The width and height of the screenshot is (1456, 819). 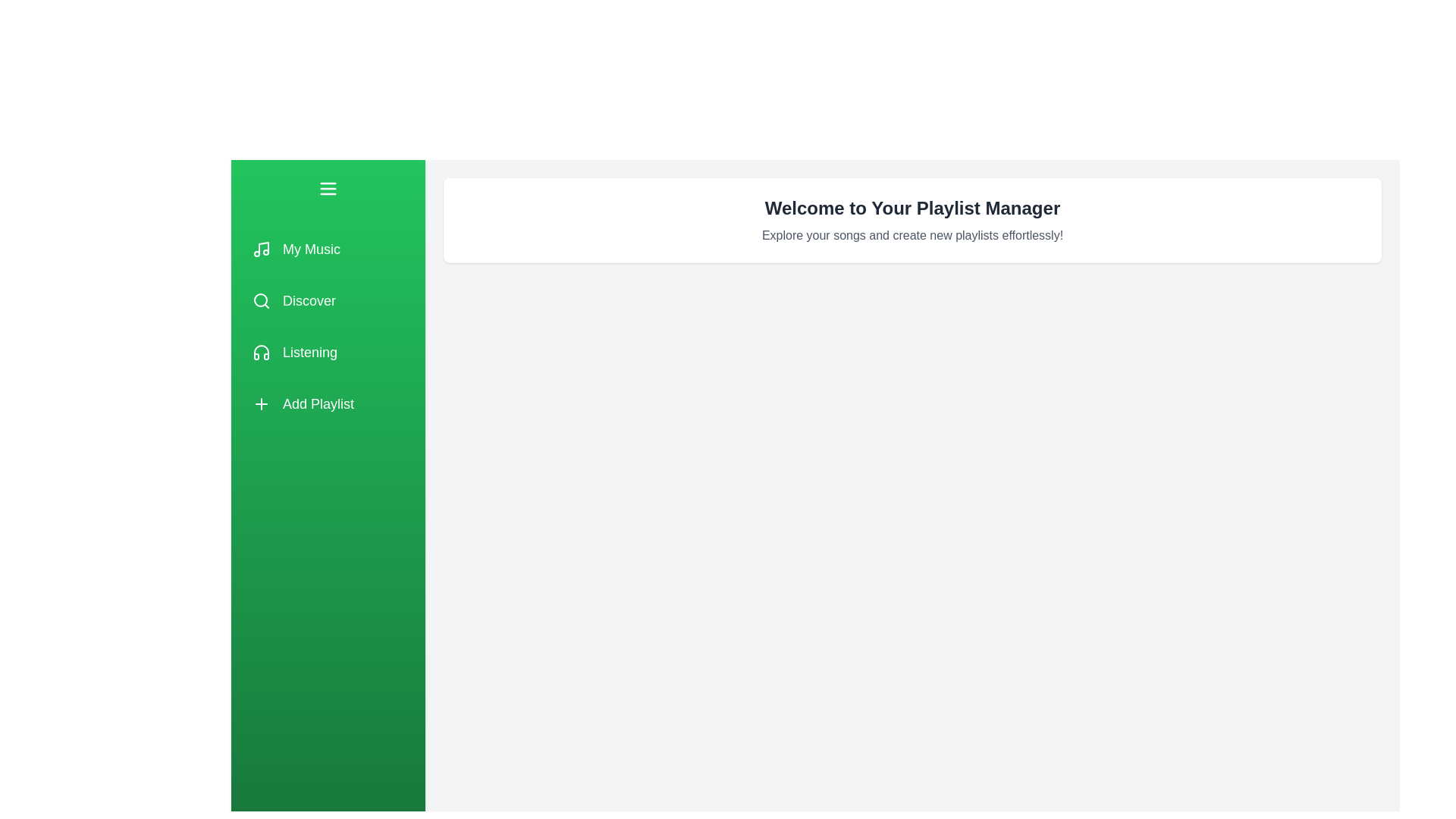 I want to click on the playlist option labeled Listening, so click(x=327, y=353).